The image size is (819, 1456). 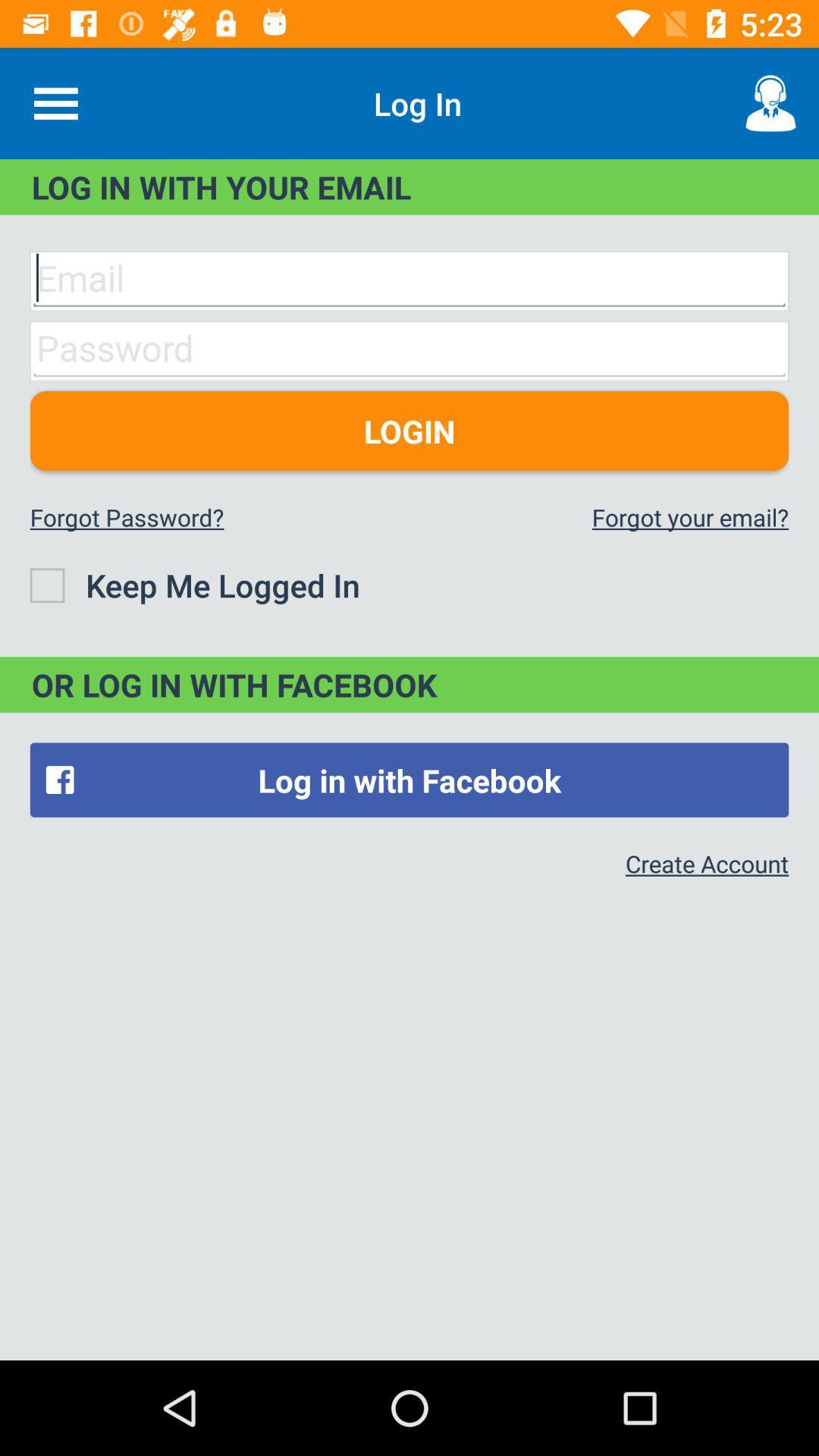 What do you see at coordinates (55, 102) in the screenshot?
I see `icon next to the log in icon` at bounding box center [55, 102].